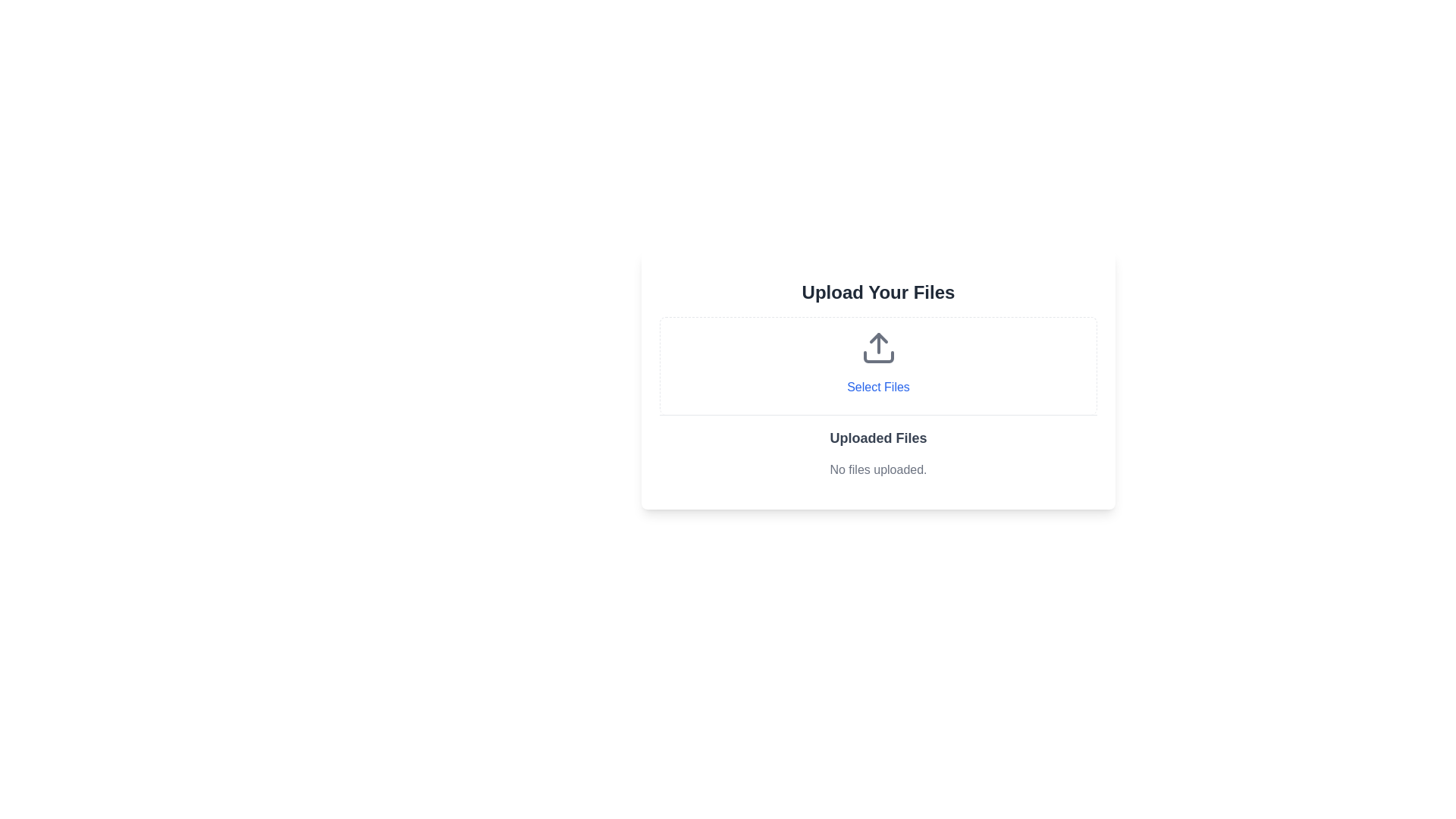 The height and width of the screenshot is (819, 1456). What do you see at coordinates (878, 386) in the screenshot?
I see `the 'Select Files' interactive text button, which is styled with a blue font color and located below the upload icon in the 'Upload Your Files' section` at bounding box center [878, 386].